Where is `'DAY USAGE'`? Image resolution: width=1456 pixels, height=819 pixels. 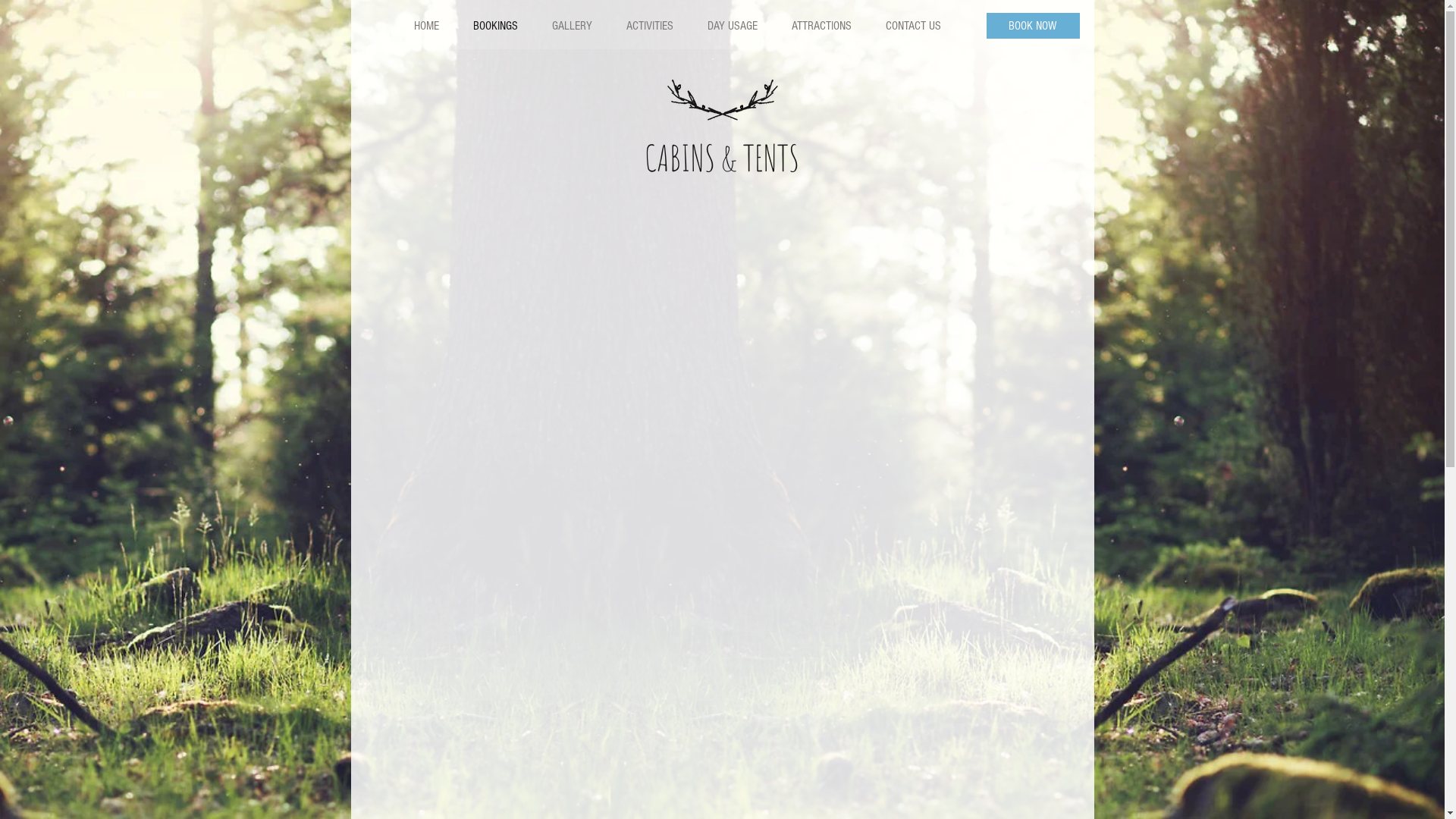
'DAY USAGE' is located at coordinates (732, 26).